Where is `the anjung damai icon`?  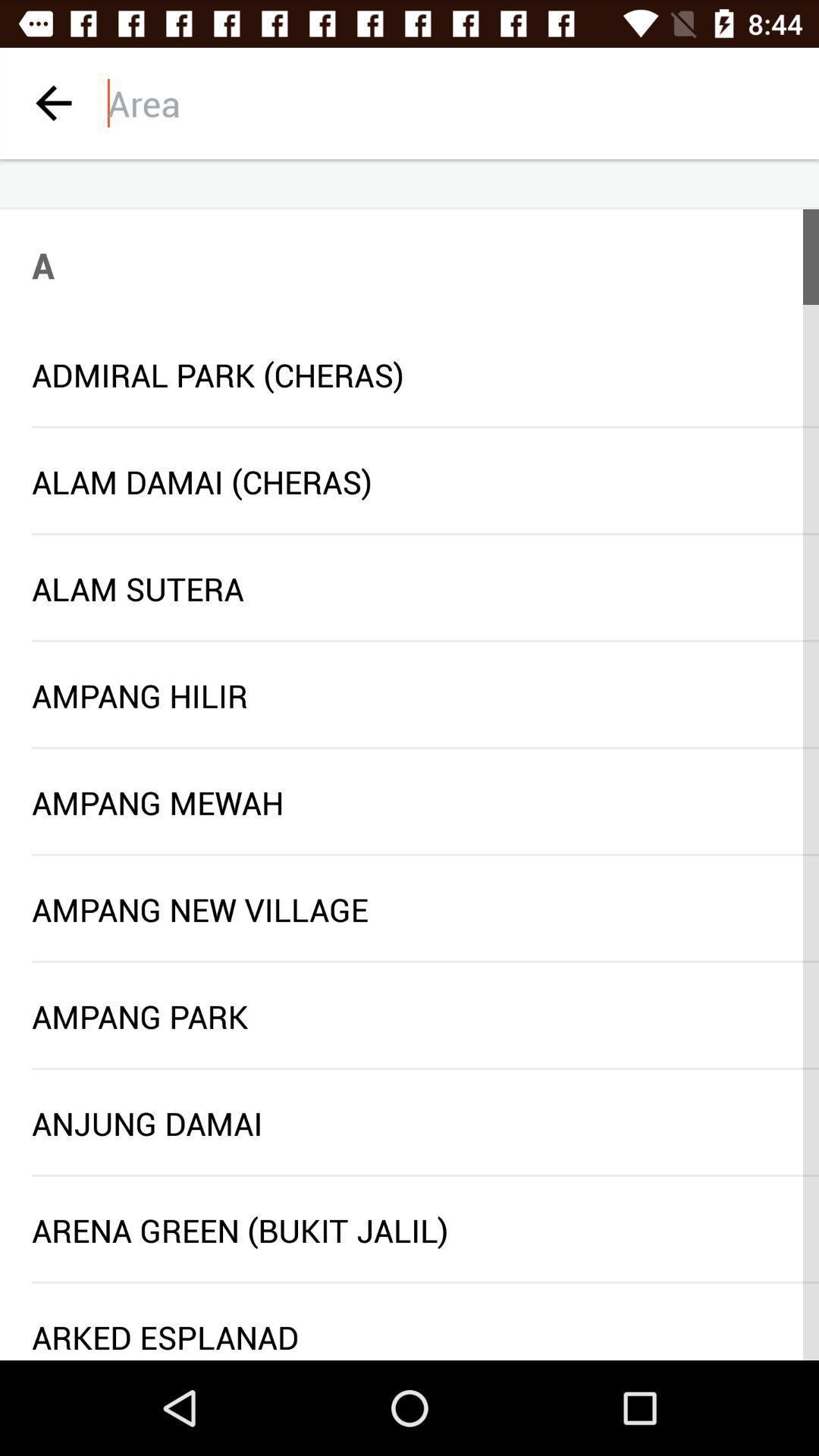 the anjung damai icon is located at coordinates (409, 1123).